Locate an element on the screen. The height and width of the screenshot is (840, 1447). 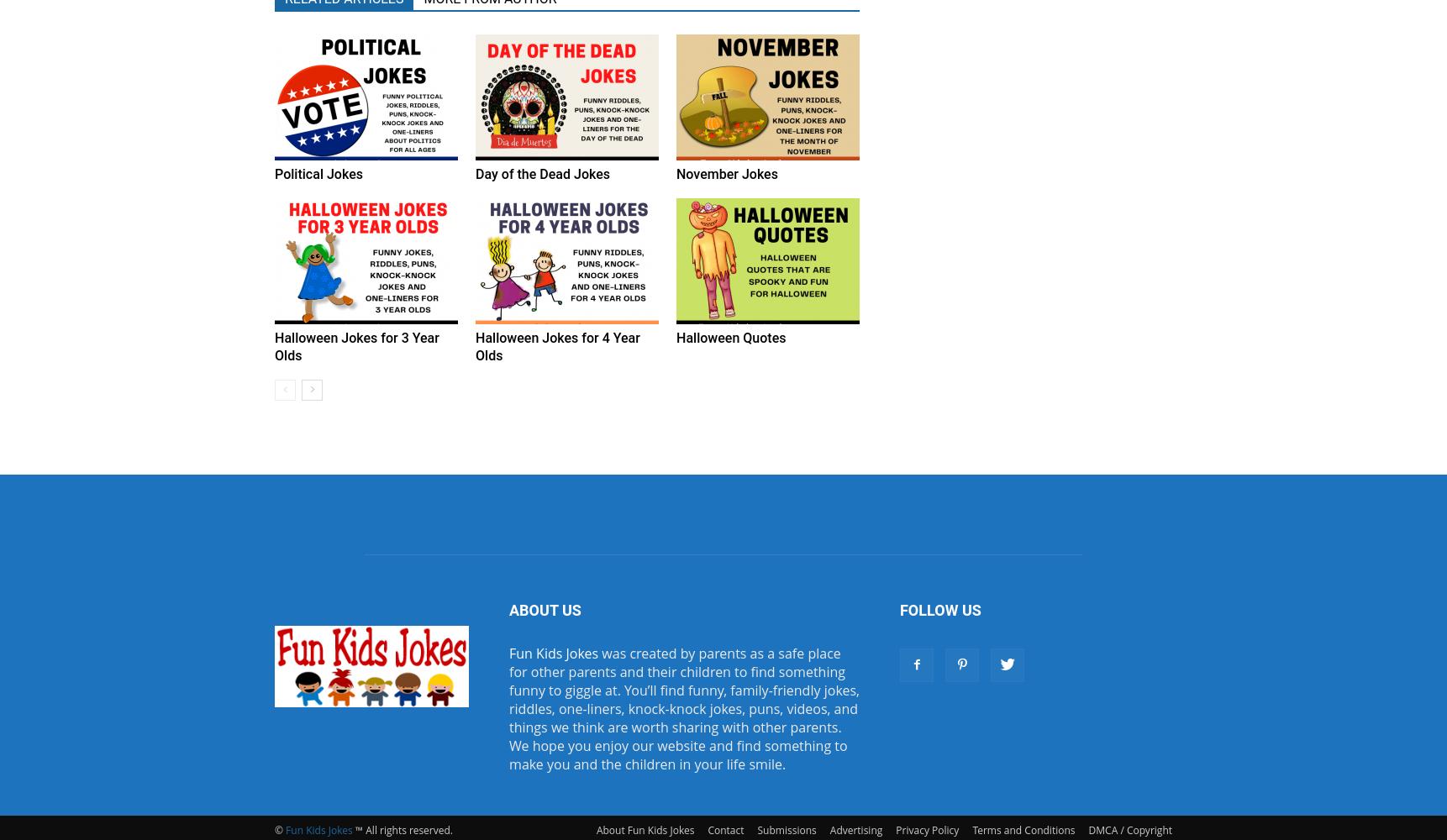
'Day of the Dead Jokes' is located at coordinates (542, 173).